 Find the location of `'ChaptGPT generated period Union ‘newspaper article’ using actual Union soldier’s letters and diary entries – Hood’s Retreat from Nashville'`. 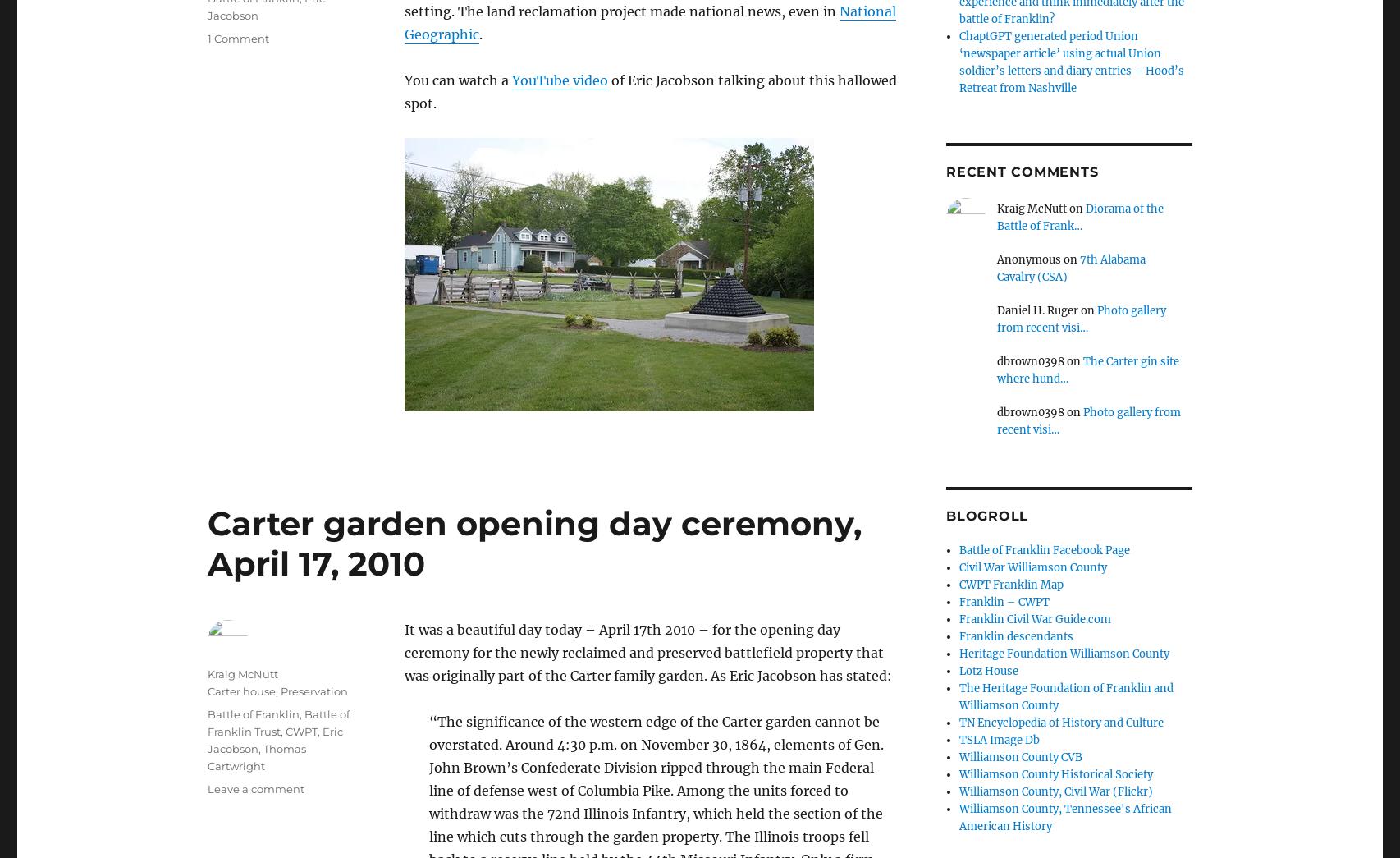

'ChaptGPT generated period Union ‘newspaper article’ using actual Union soldier’s letters and diary entries – Hood’s Retreat from Nashville' is located at coordinates (1070, 62).